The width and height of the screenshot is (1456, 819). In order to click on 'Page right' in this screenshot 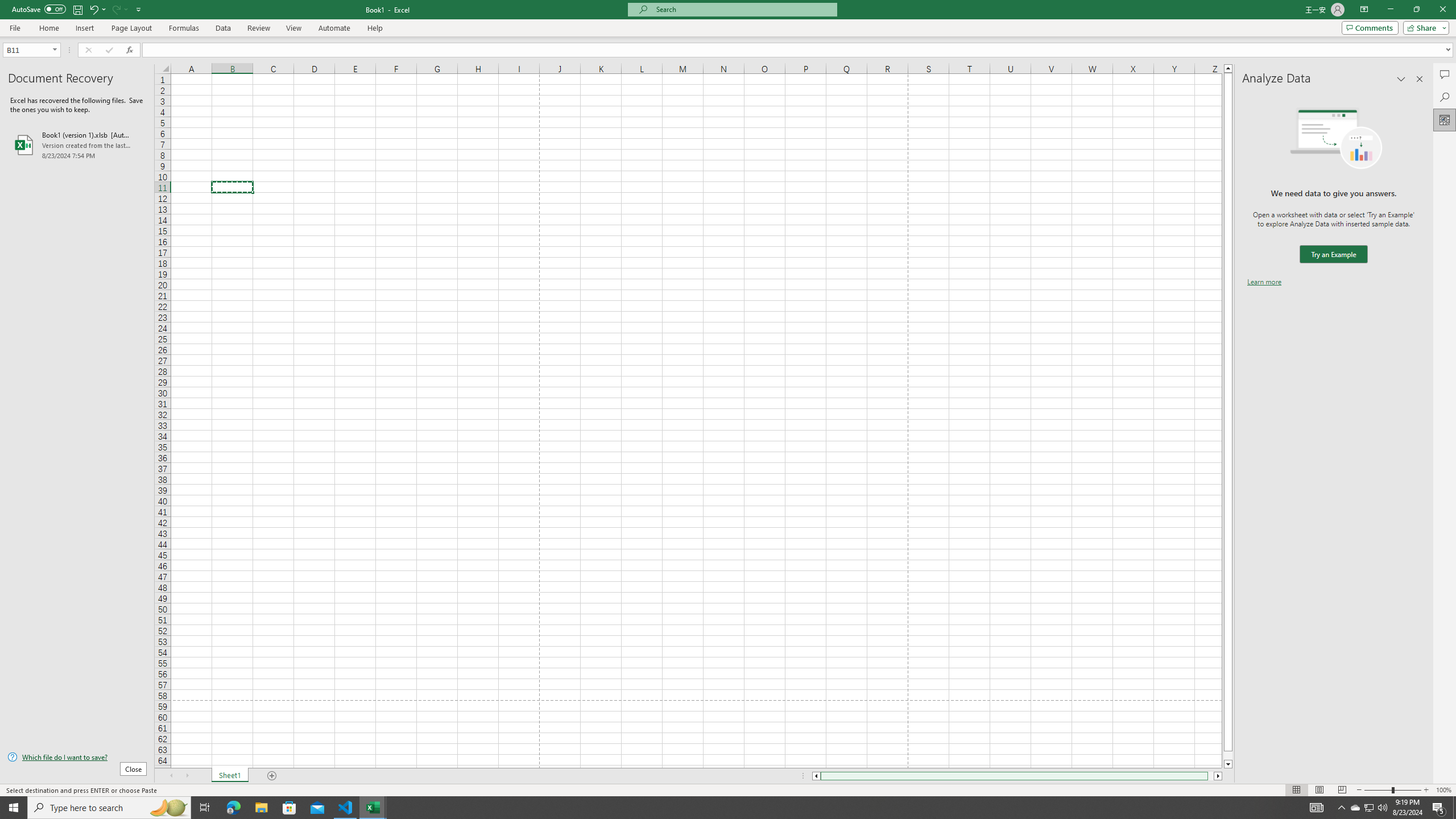, I will do `click(1210, 775)`.